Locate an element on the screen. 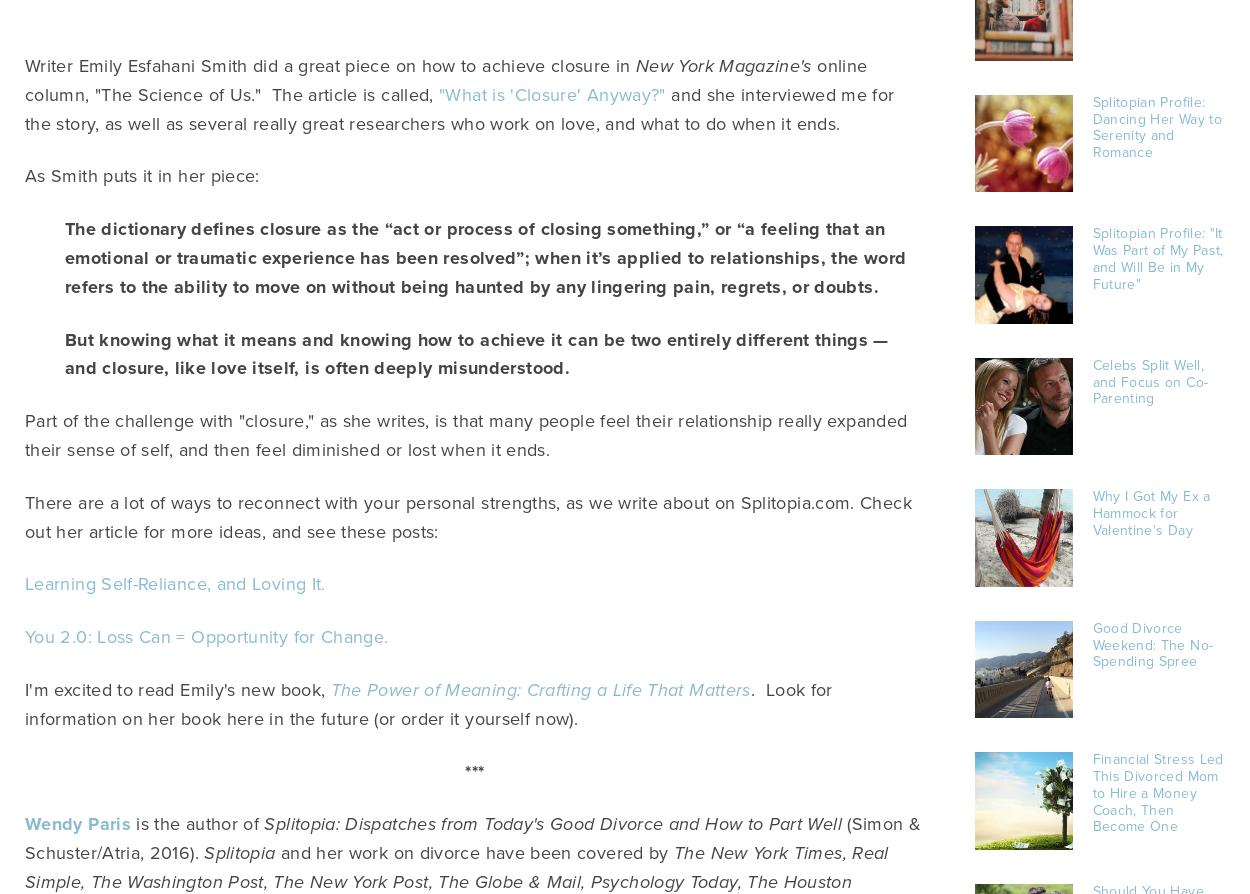 The image size is (1250, 894). 'Splitopian Profile: Dancing Her Way to Serenity and Romance' is located at coordinates (1156, 127).